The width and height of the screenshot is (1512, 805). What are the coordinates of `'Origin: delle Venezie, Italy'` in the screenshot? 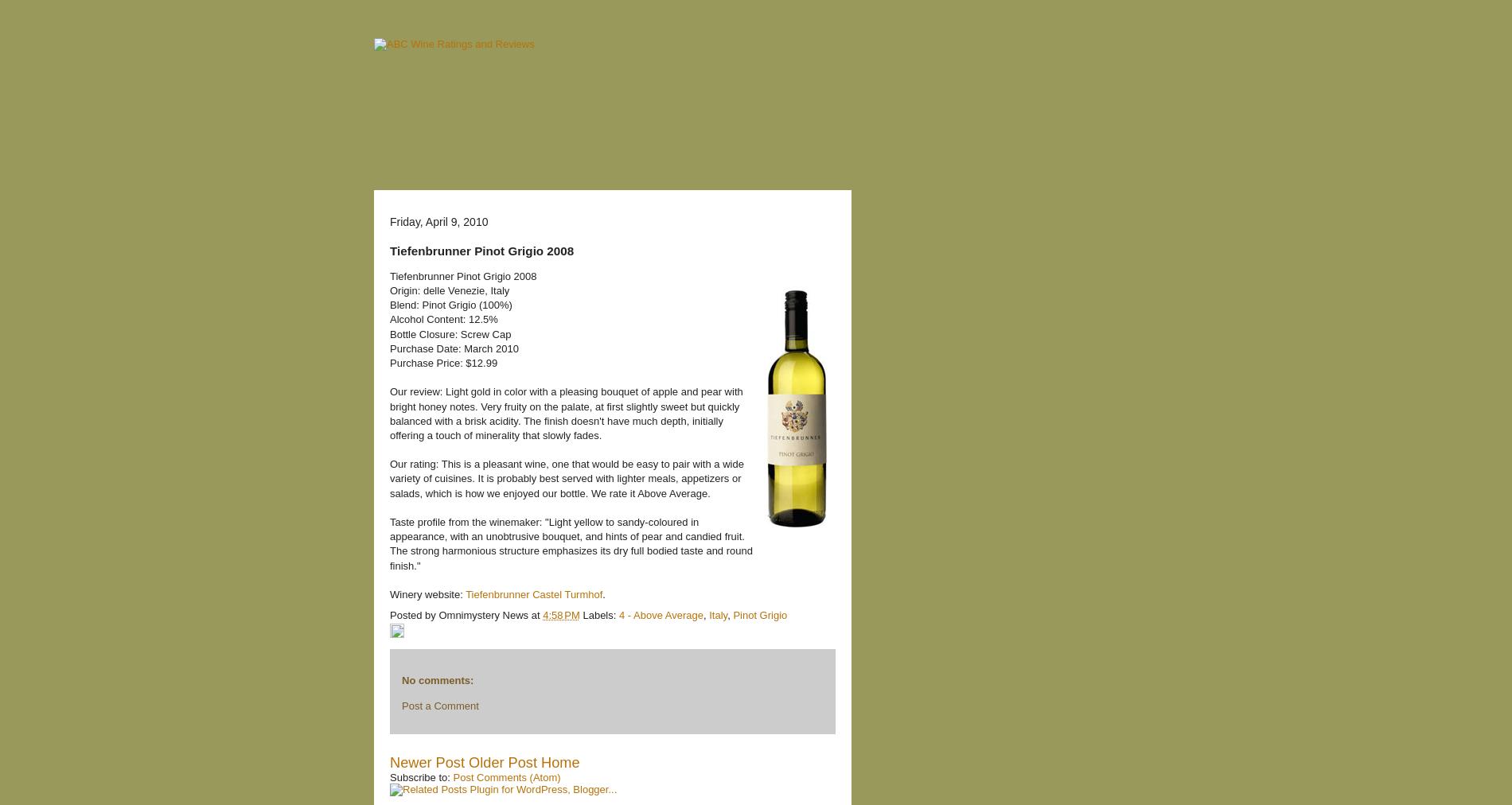 It's located at (450, 290).